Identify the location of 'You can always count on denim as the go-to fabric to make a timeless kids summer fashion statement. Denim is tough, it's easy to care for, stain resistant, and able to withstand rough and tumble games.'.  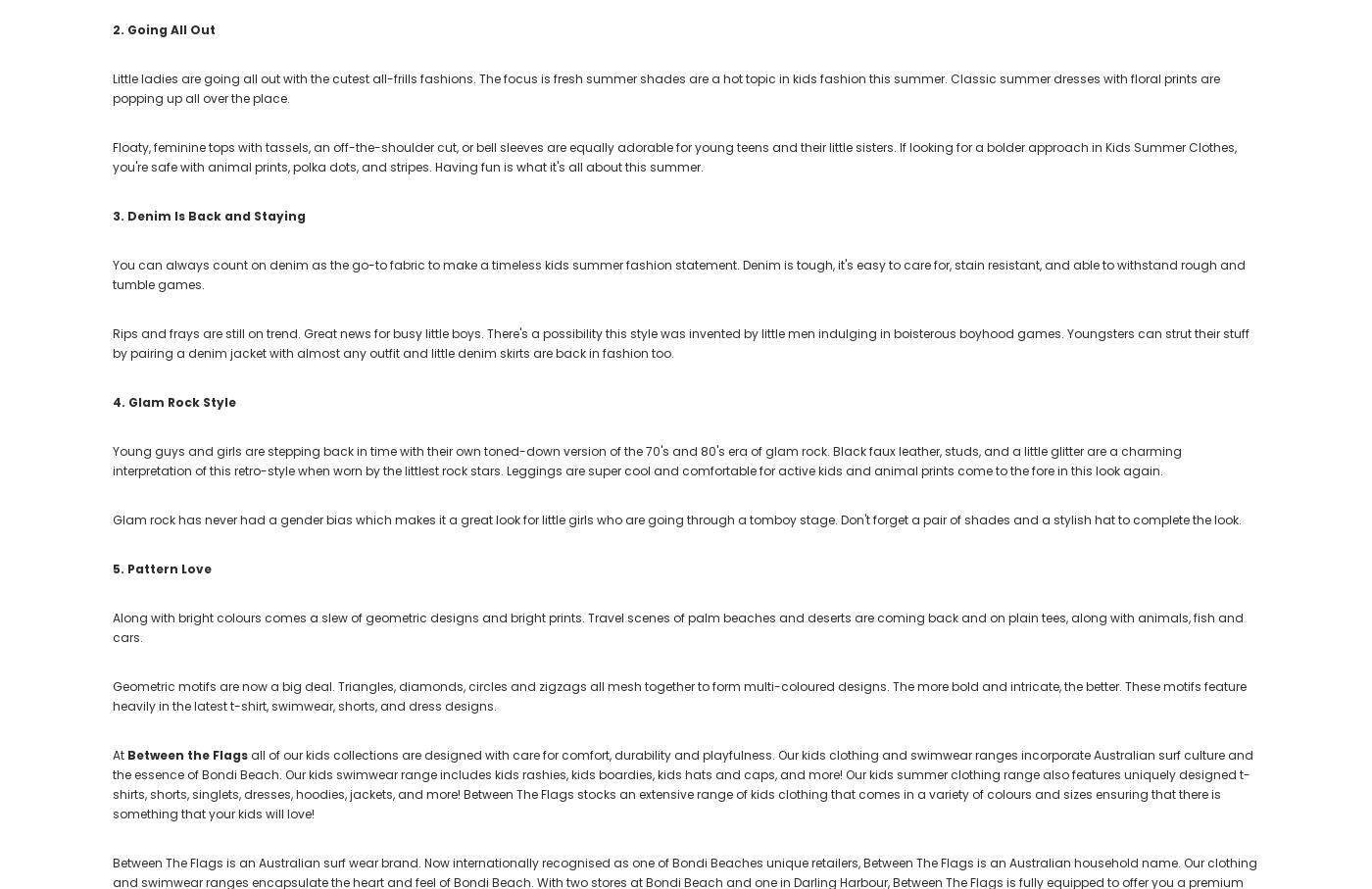
(679, 273).